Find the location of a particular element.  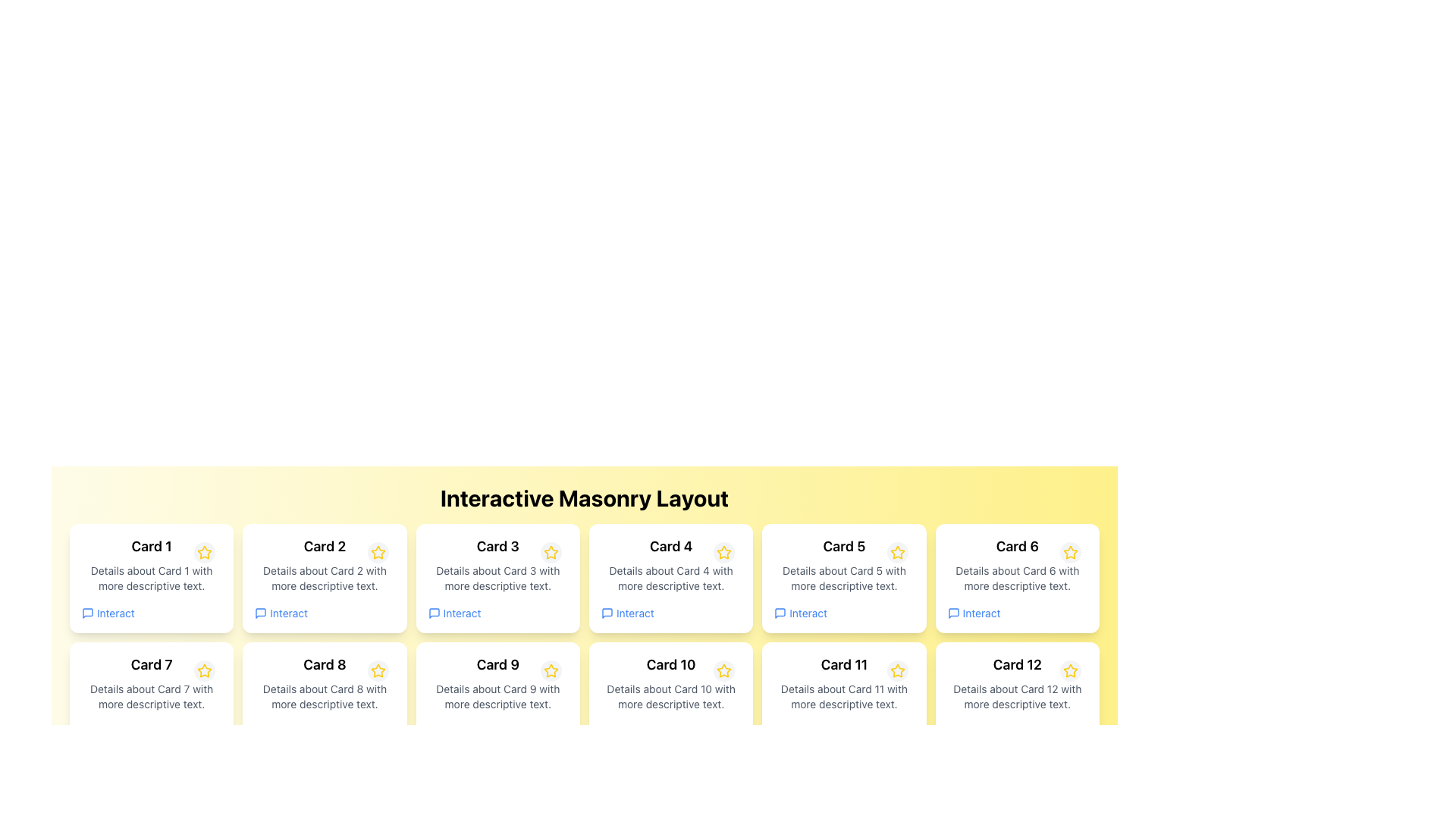

the star icon button located at the top-right corner of 'Card 1', next to the title is located at coordinates (204, 553).